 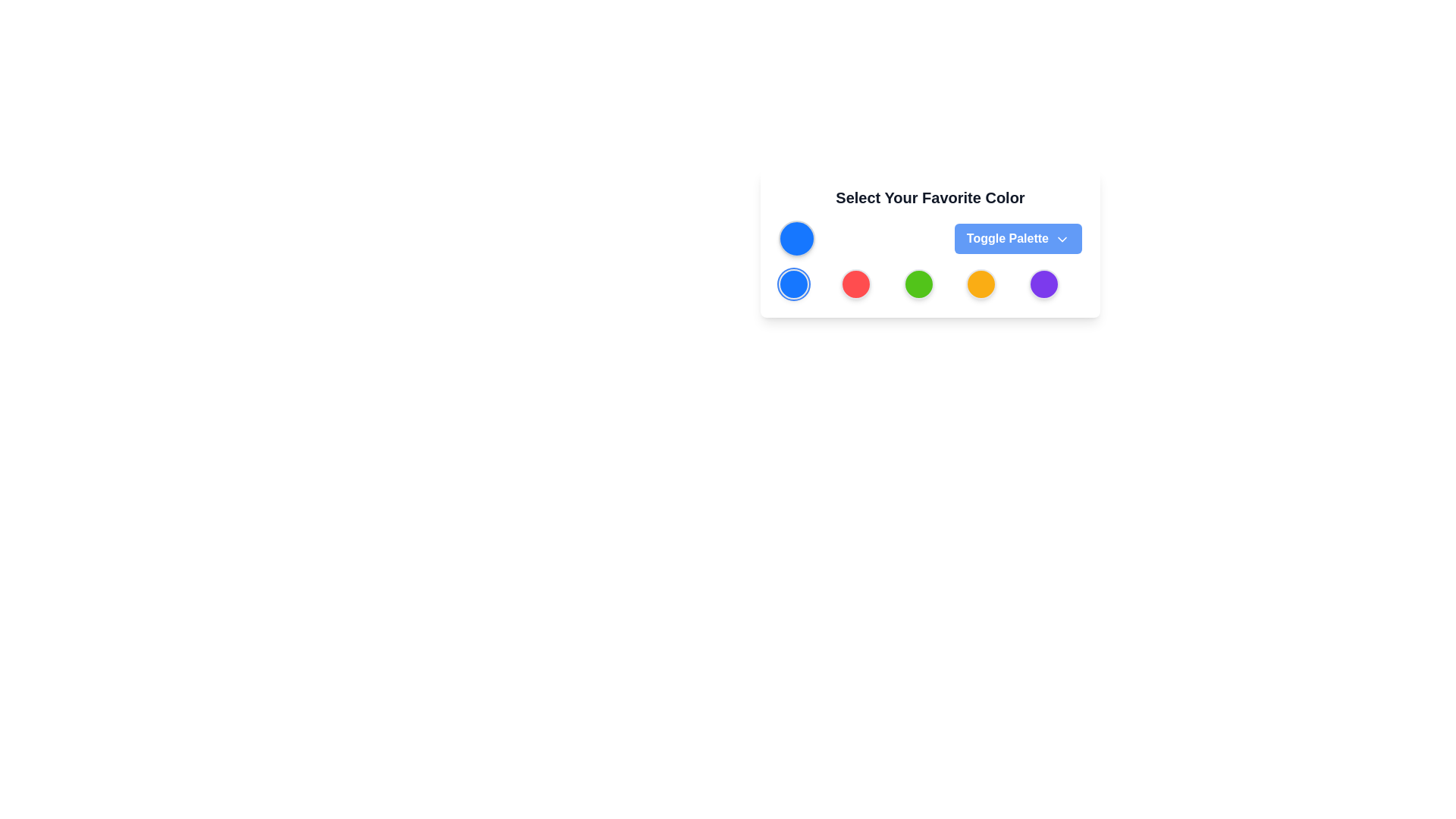 I want to click on the circular button in the Interactive color selection panel, so click(x=930, y=242).